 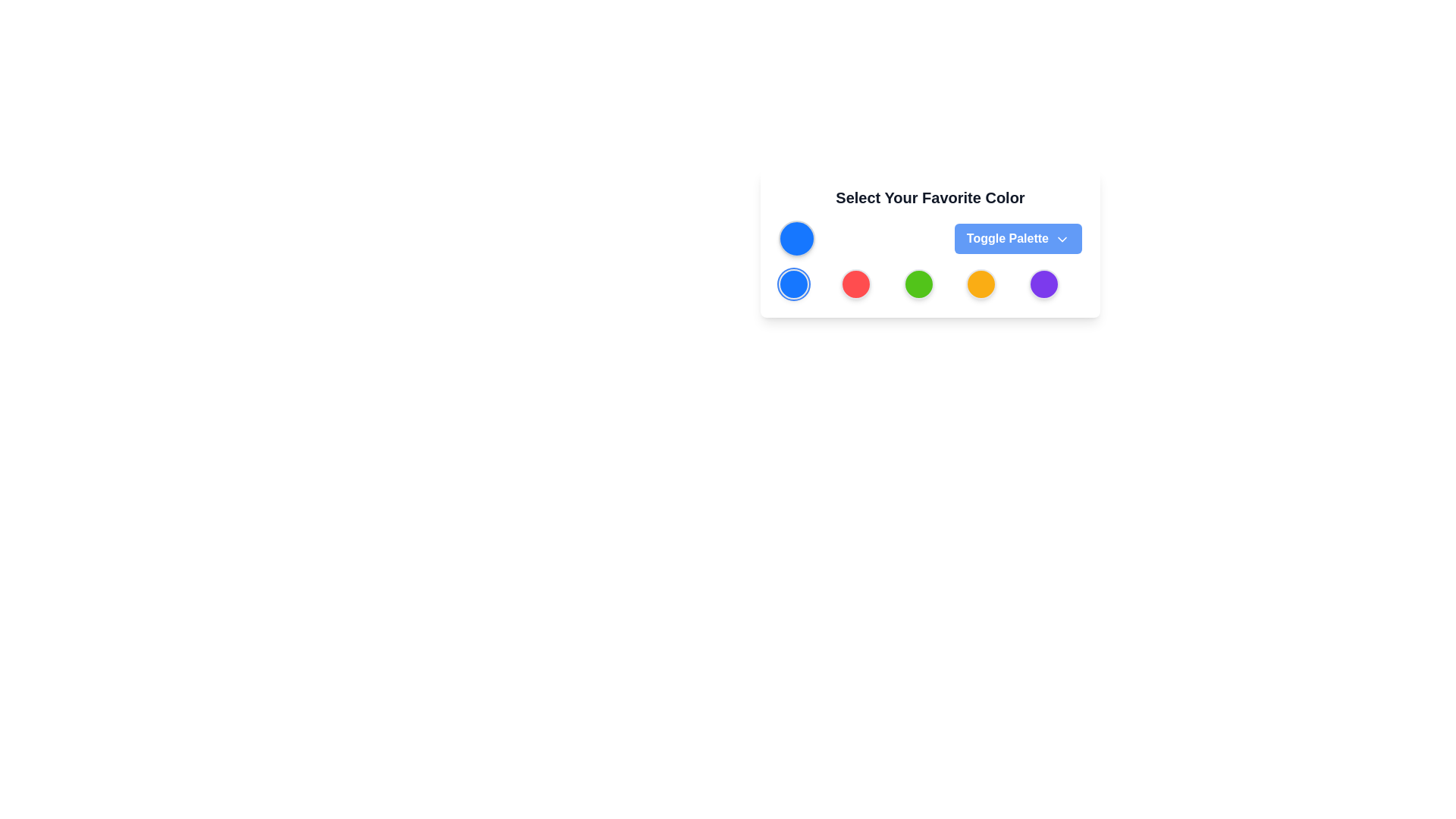 I want to click on the circular button in the Interactive color selection panel, so click(x=930, y=242).